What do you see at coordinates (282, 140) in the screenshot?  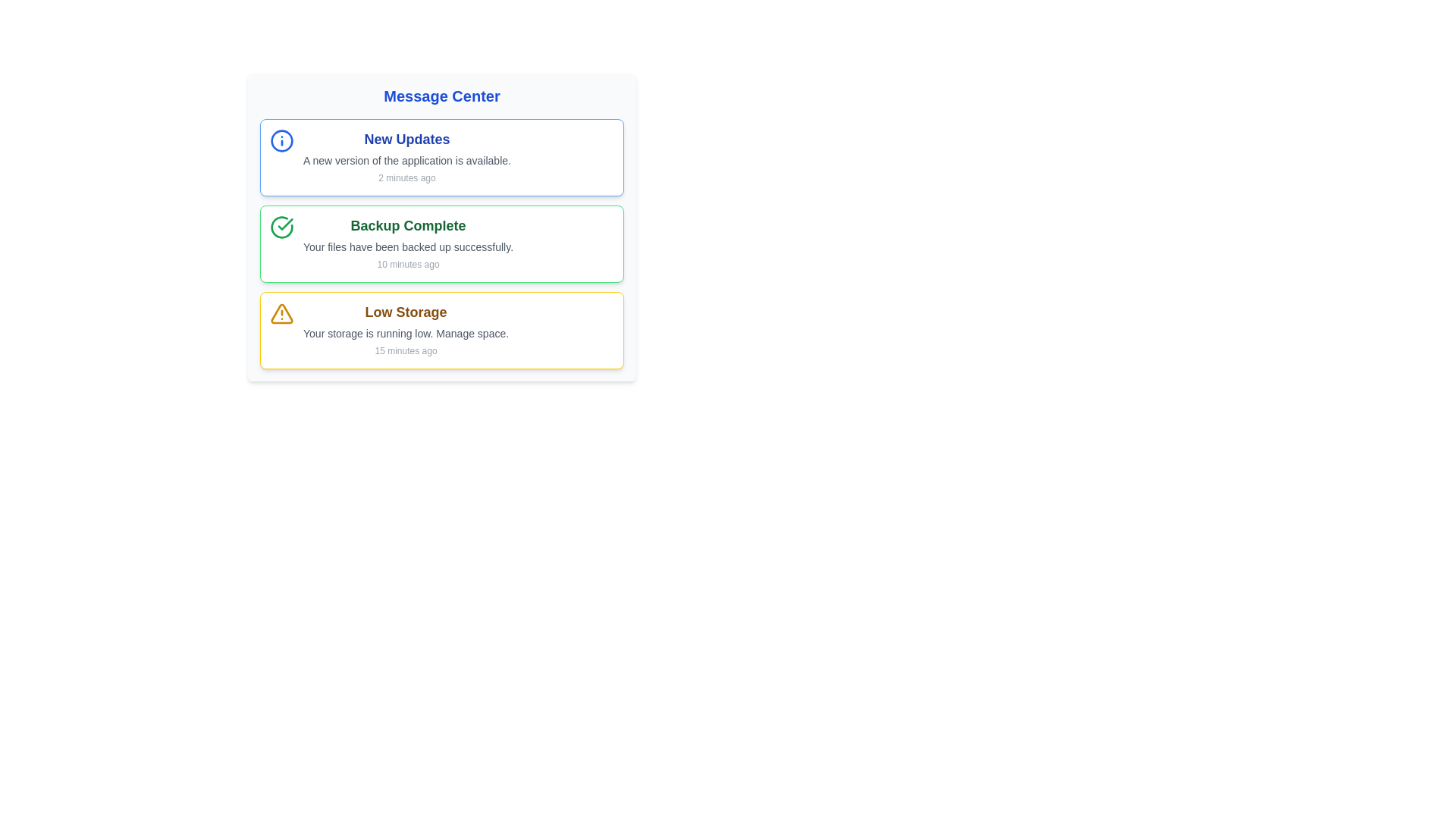 I see `the information icon located on the left side of the 'New Updates' notification card at the topmost notification in the Message Center interface` at bounding box center [282, 140].